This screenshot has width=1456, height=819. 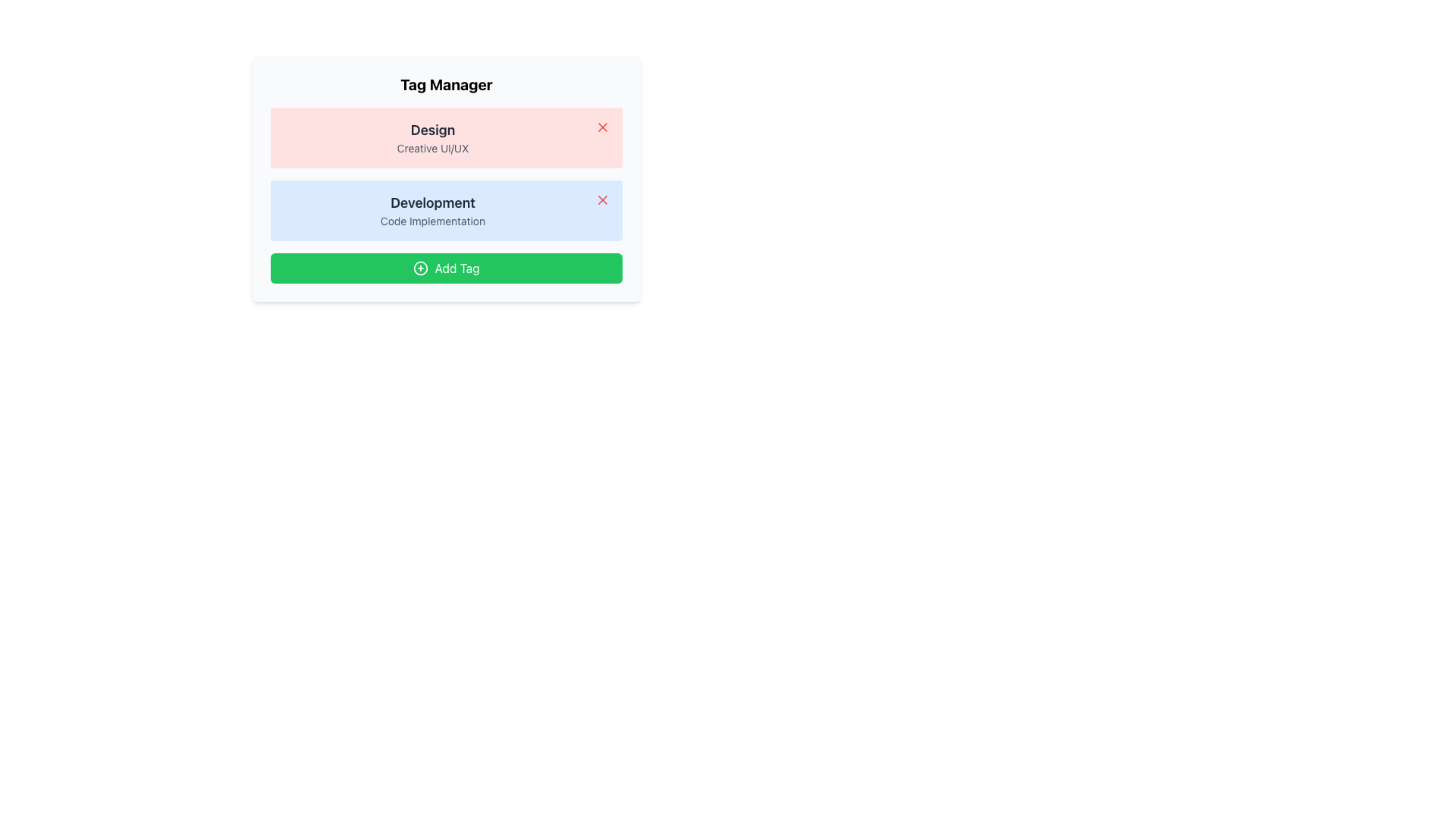 I want to click on the circular '+' icon within the green 'Add Tag' button located below the 'Design' and 'Development' tags, so click(x=421, y=268).